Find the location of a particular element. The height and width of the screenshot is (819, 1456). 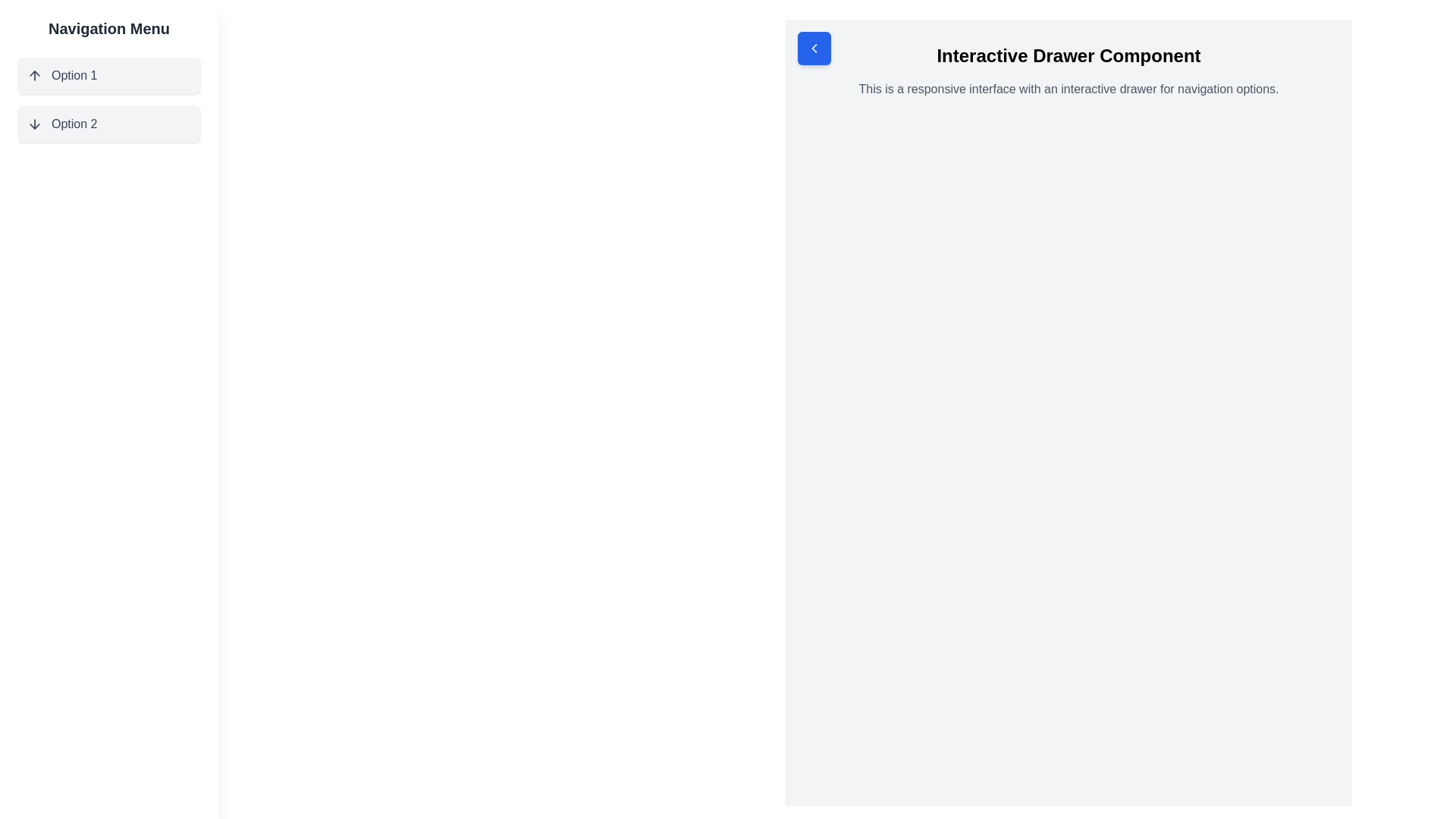

the static text element that provides contextual information for the interactive drawer component, located below the bold text 'Interactive Drawer Component' is located at coordinates (1068, 89).